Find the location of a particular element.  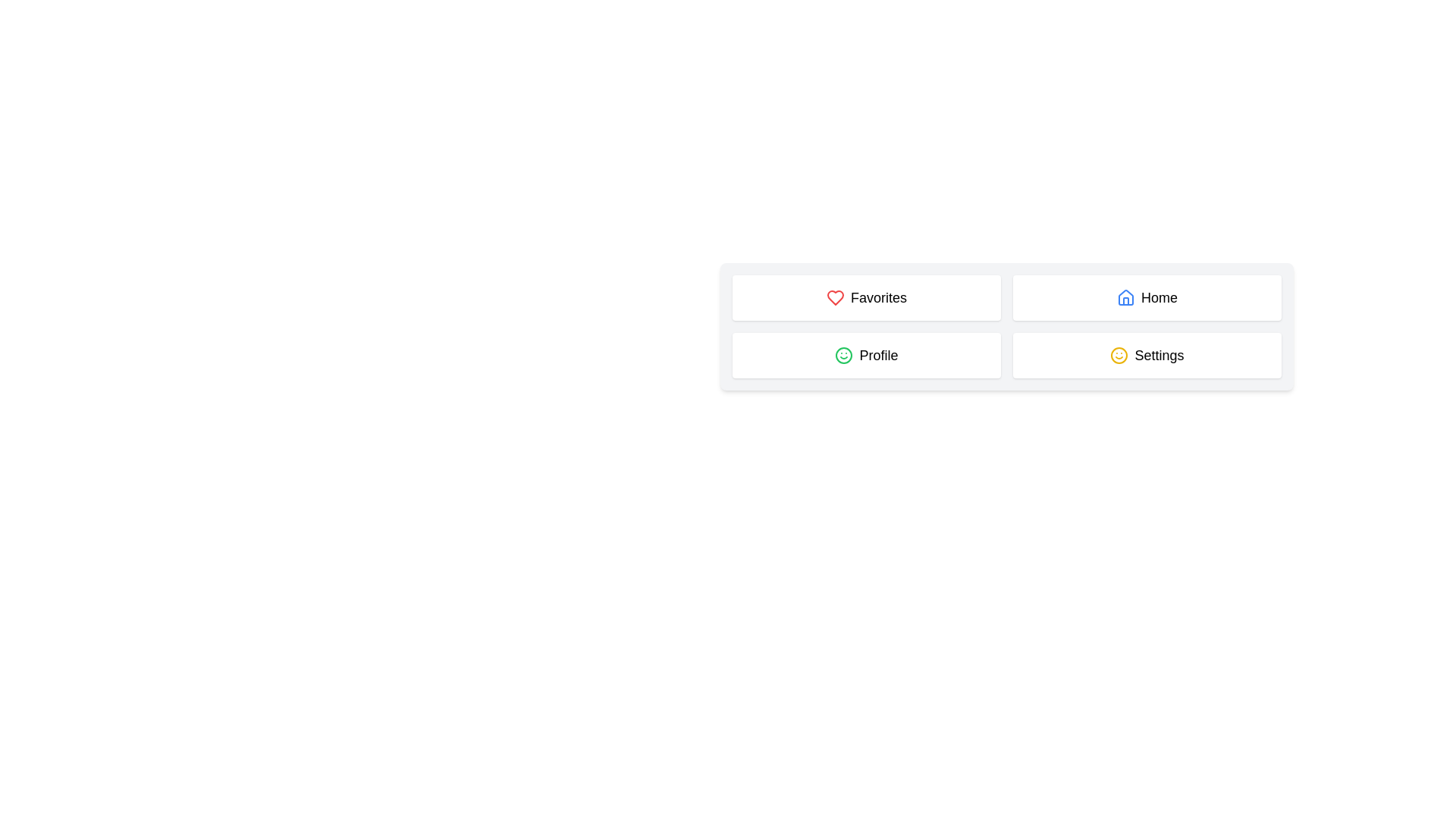

the 'Settings' button, which has a white background, rounded corners, and a yellow smiling face icon next to the text in bold black font, located at the bottom right of the grid layout is located at coordinates (1147, 356).